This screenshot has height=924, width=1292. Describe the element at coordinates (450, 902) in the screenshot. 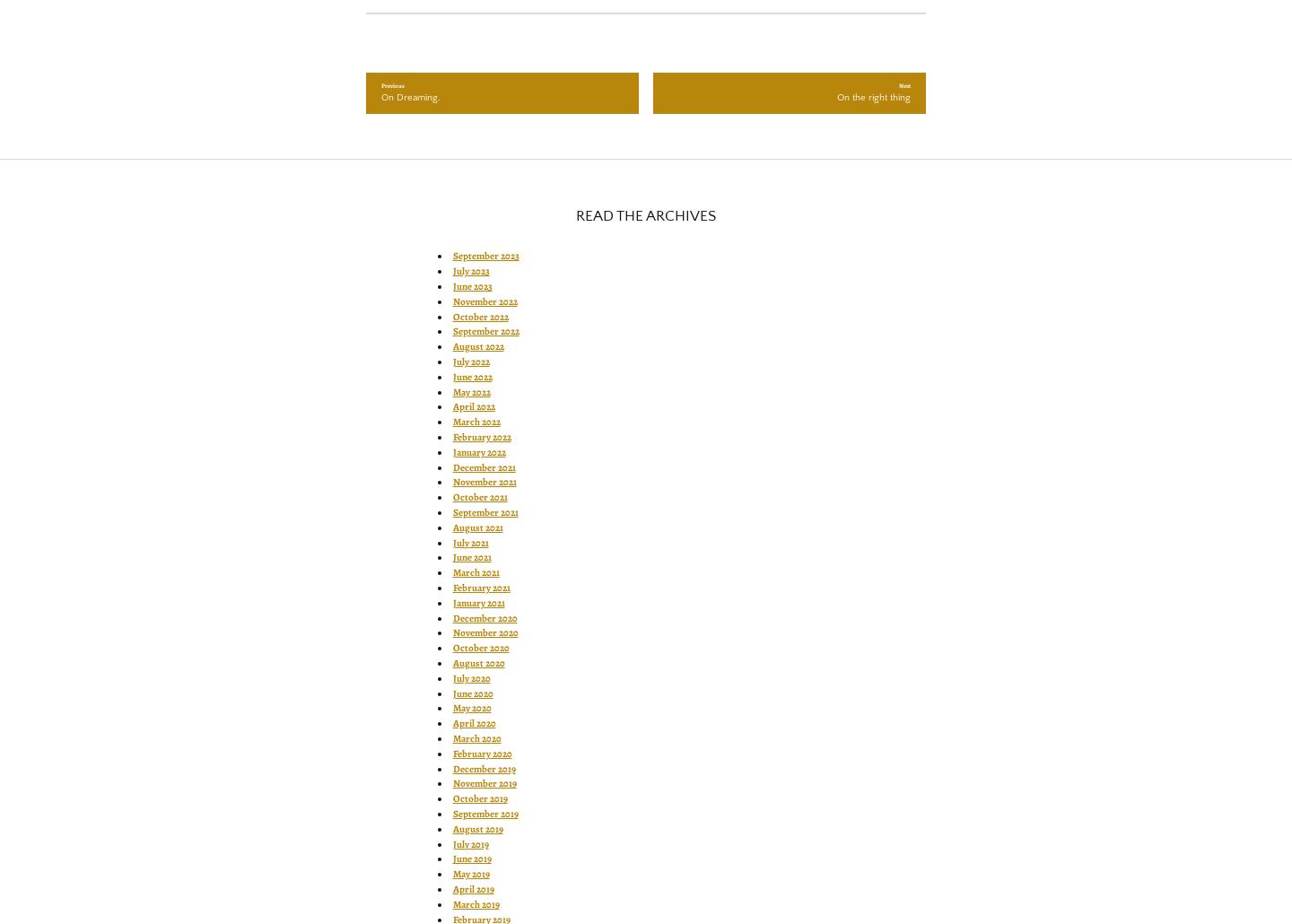

I see `'March 2019'` at that location.